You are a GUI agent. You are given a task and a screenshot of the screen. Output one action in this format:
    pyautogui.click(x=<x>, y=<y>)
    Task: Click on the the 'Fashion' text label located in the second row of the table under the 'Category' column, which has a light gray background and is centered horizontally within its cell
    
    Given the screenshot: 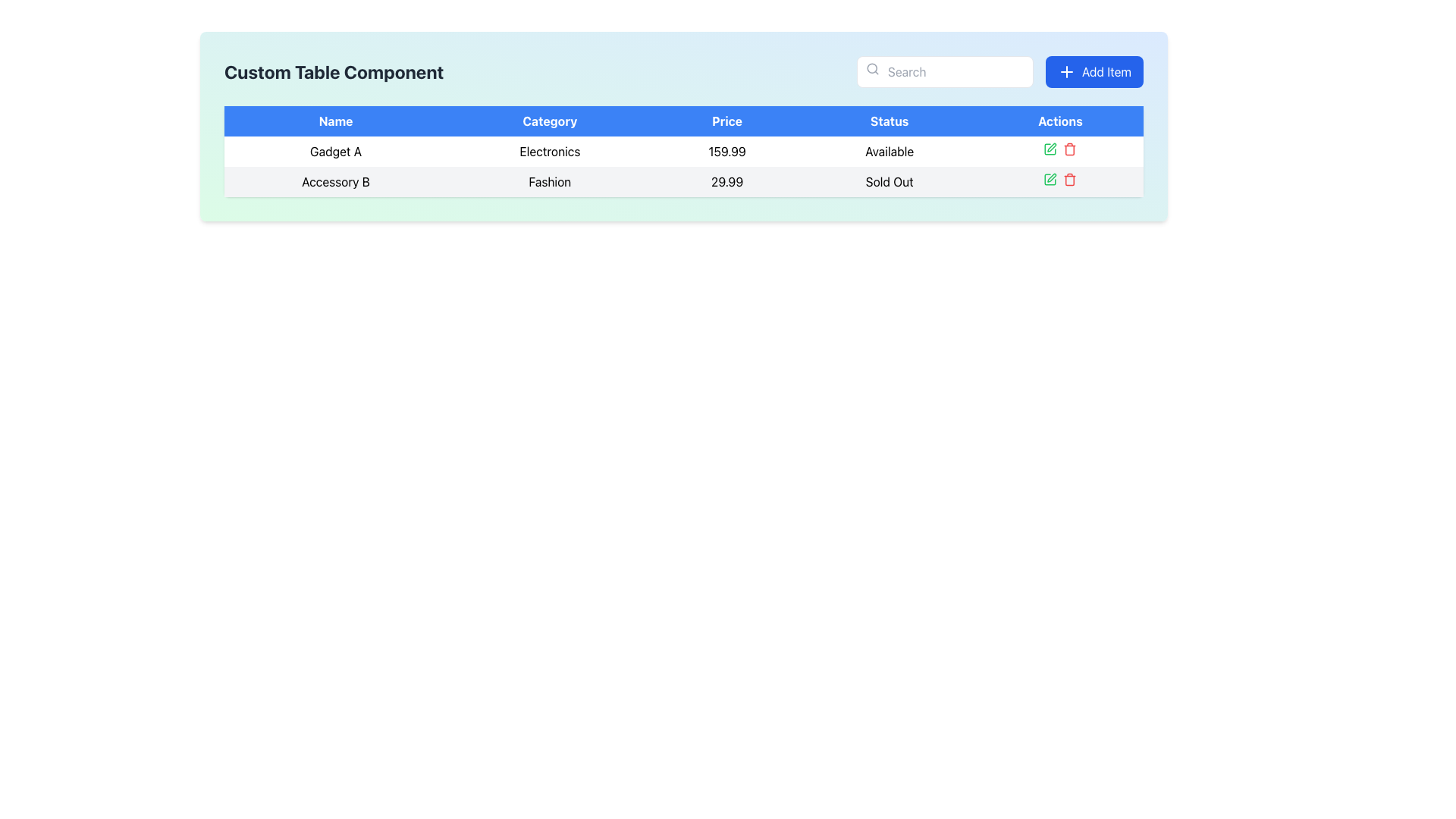 What is the action you would take?
    pyautogui.click(x=549, y=180)
    